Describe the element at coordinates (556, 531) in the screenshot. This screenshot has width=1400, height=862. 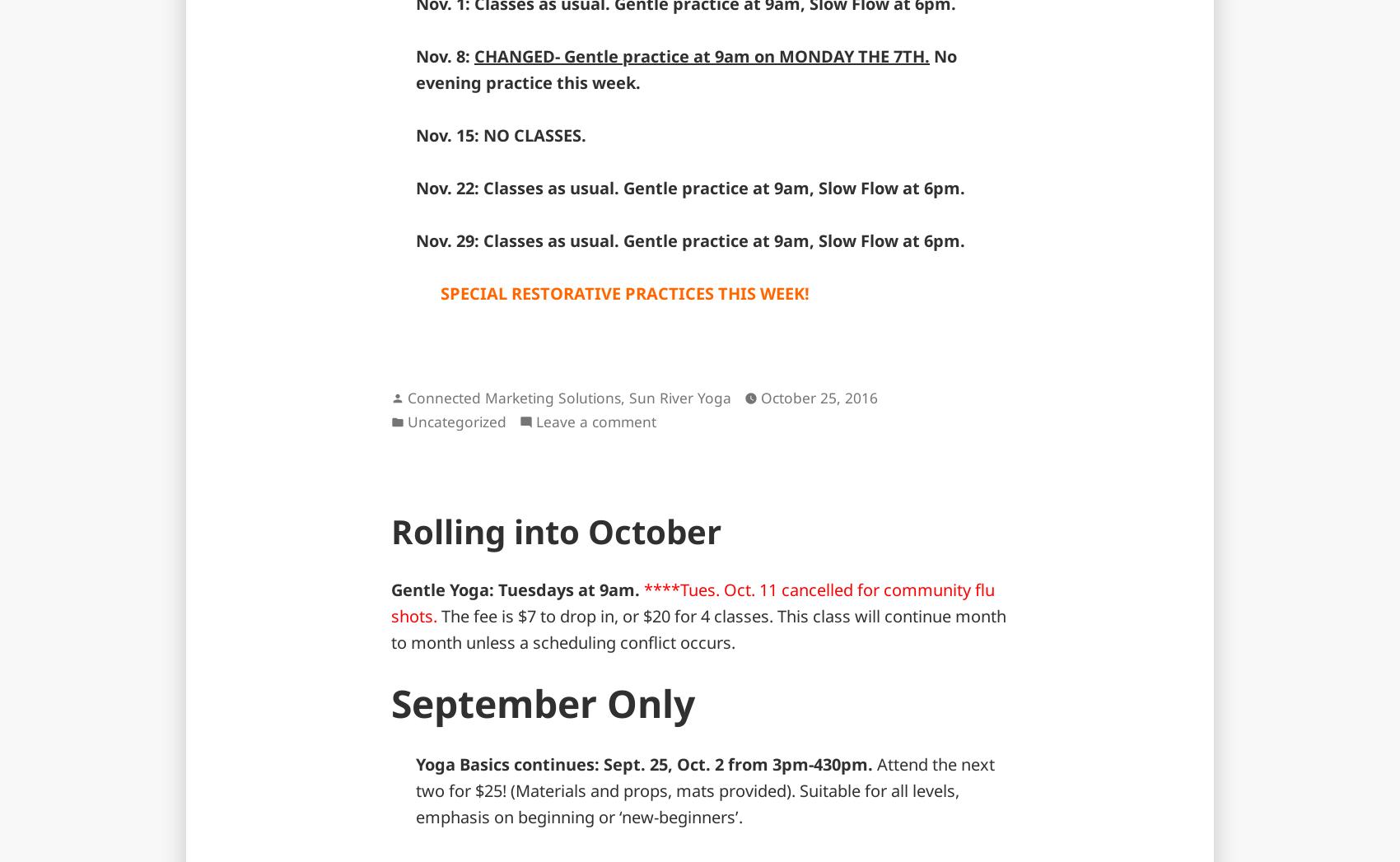
I see `'Rolling into October'` at that location.